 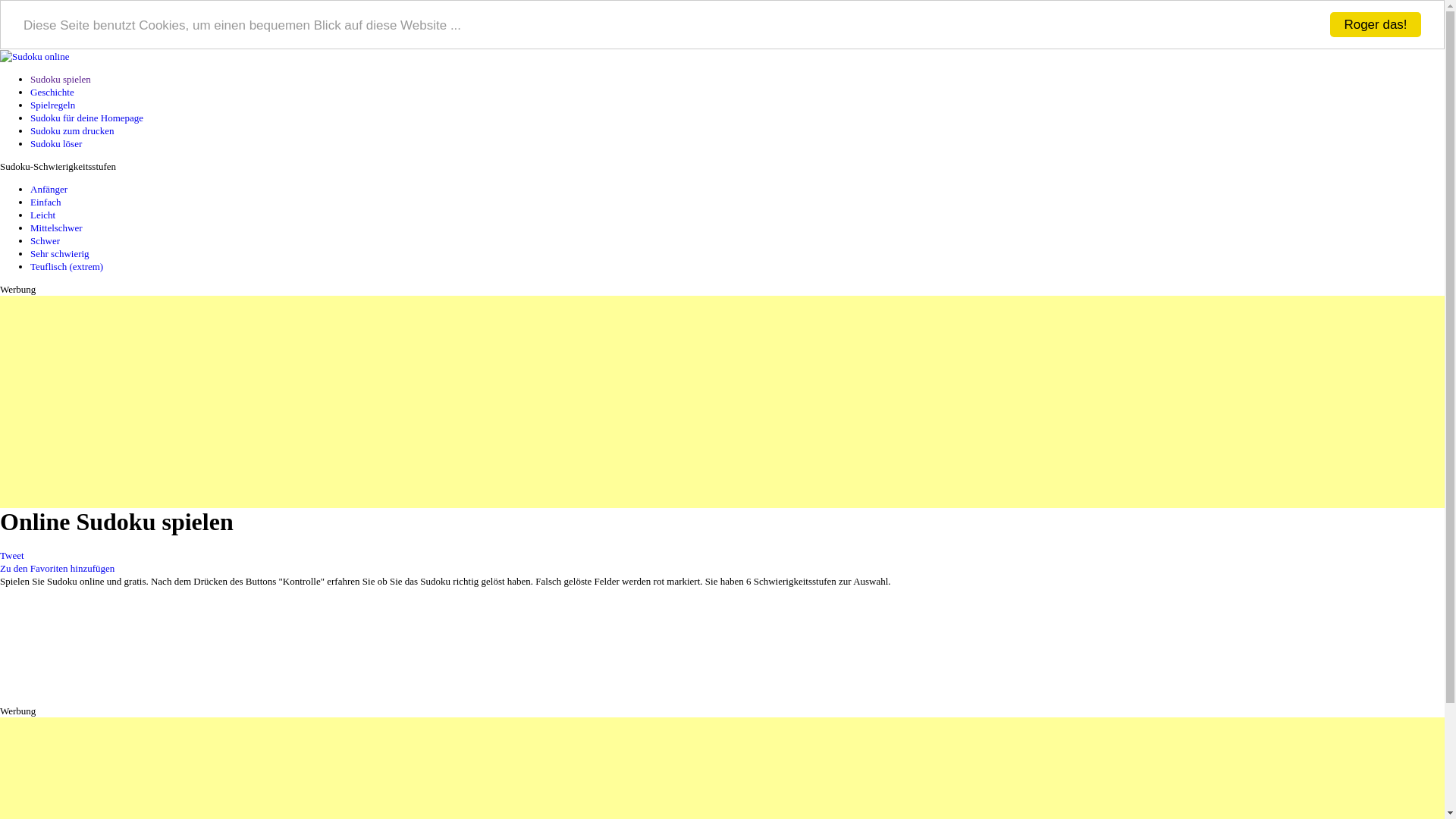 What do you see at coordinates (61, 79) in the screenshot?
I see `'Sudoku spielen'` at bounding box center [61, 79].